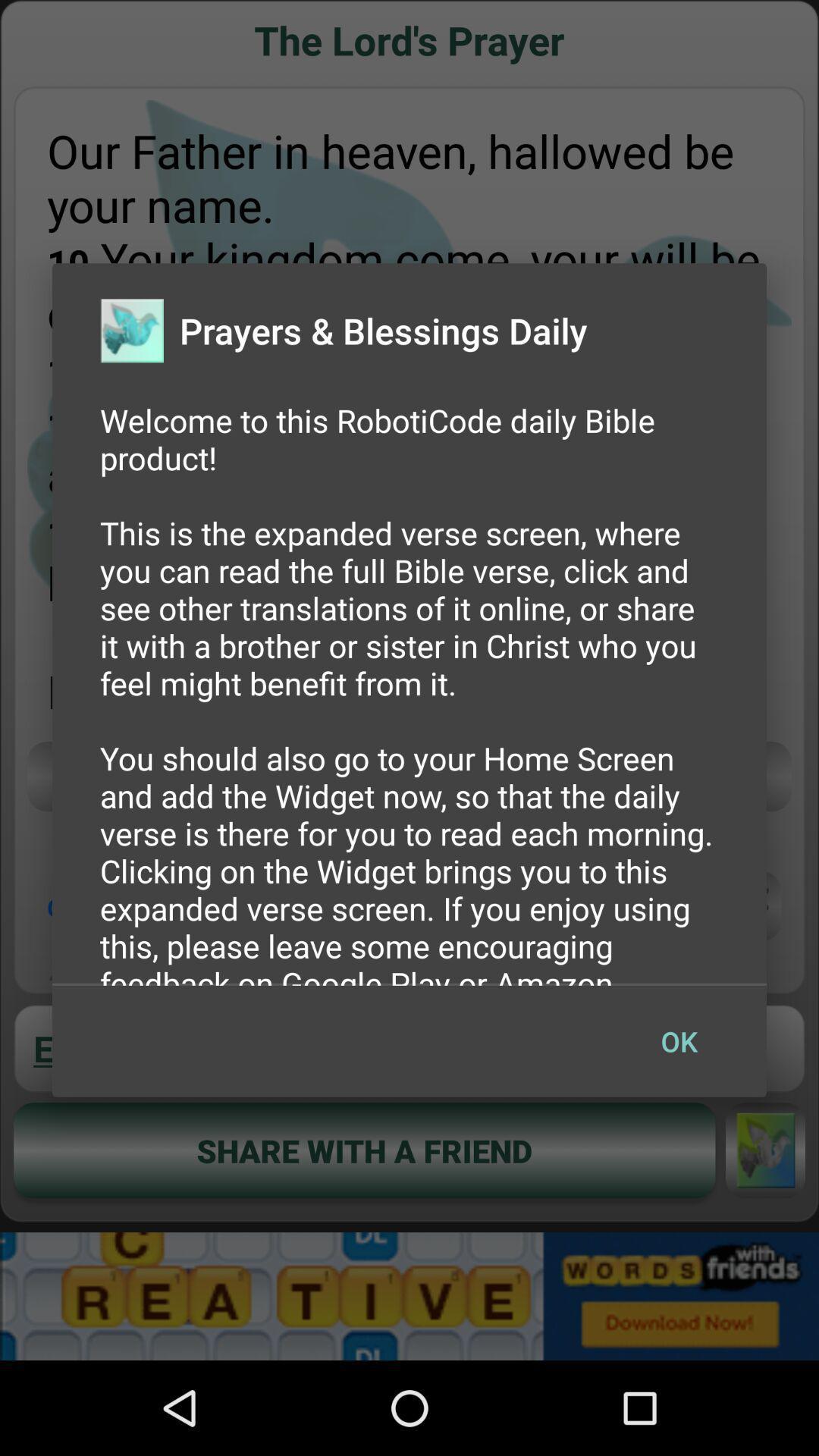 The image size is (819, 1456). What do you see at coordinates (678, 1040) in the screenshot?
I see `the button at the bottom right corner` at bounding box center [678, 1040].